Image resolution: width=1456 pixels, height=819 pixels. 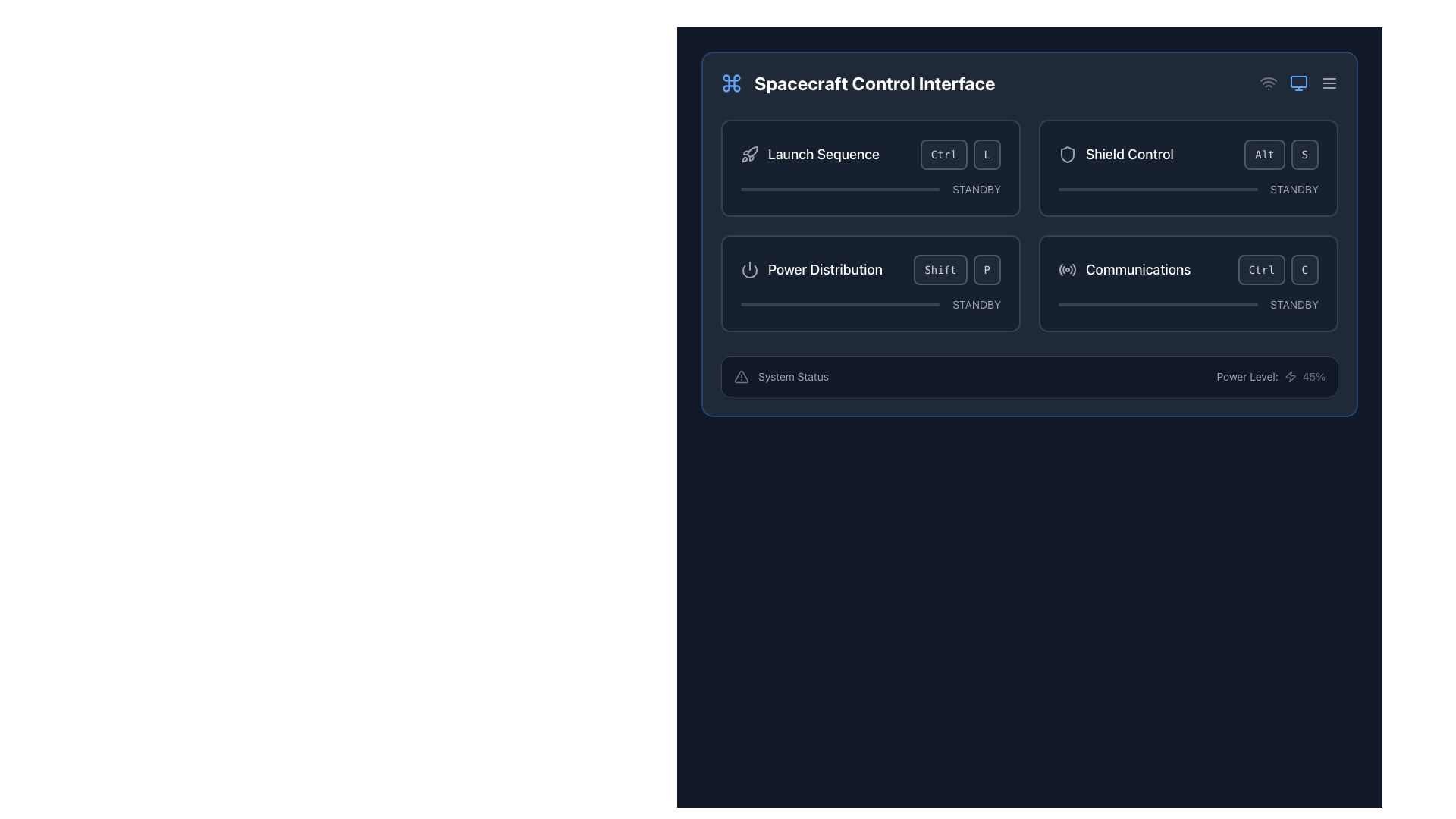 I want to click on text displayed in the small text label saying 'STANDBY' located in the 'Launch Sequence' section of the 'Spacecraft Control Interface', positioned to the right within a row containing a progress bar, so click(x=977, y=189).